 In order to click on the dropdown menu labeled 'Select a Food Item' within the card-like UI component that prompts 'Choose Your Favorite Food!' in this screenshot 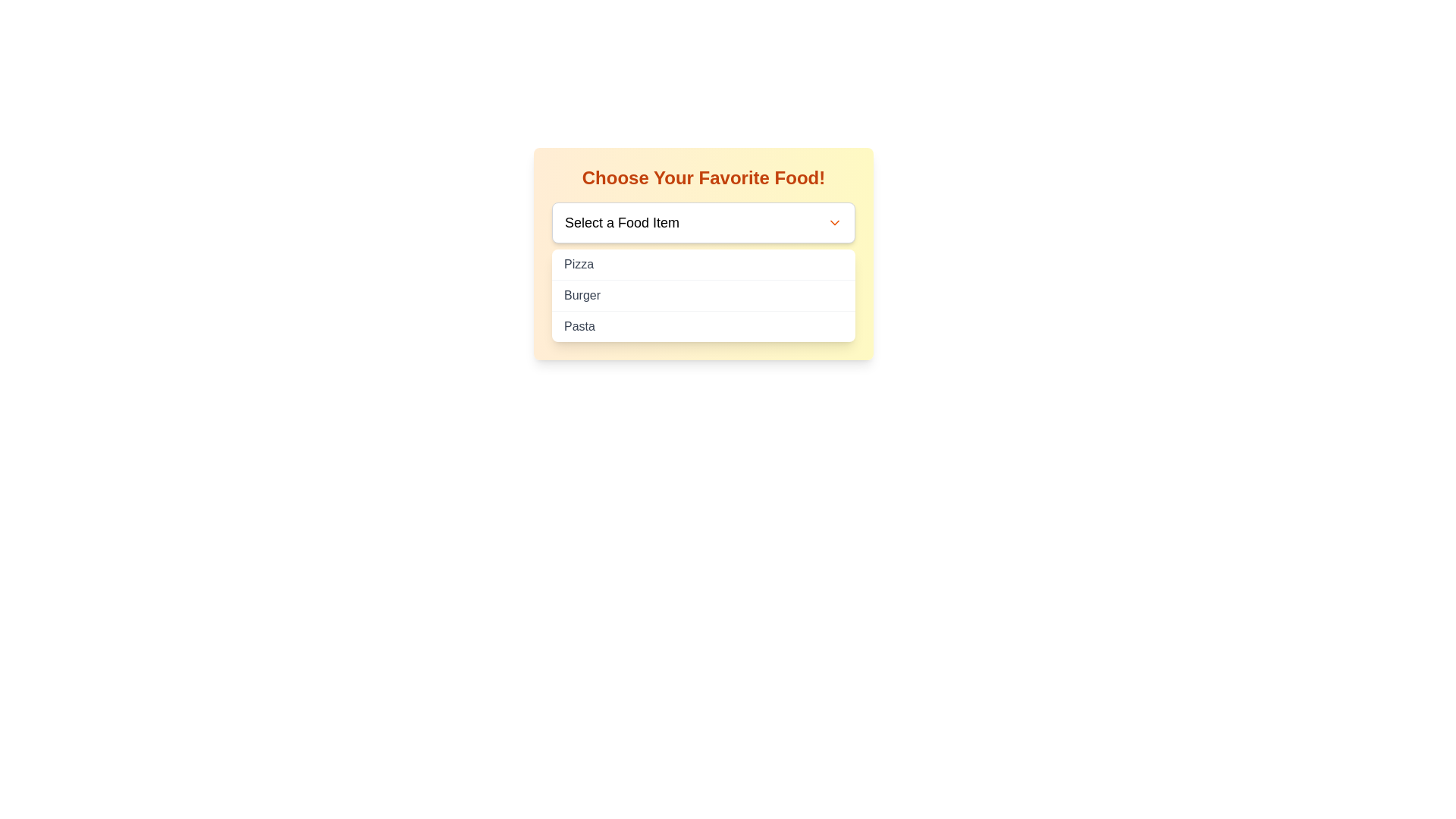, I will do `click(702, 253)`.